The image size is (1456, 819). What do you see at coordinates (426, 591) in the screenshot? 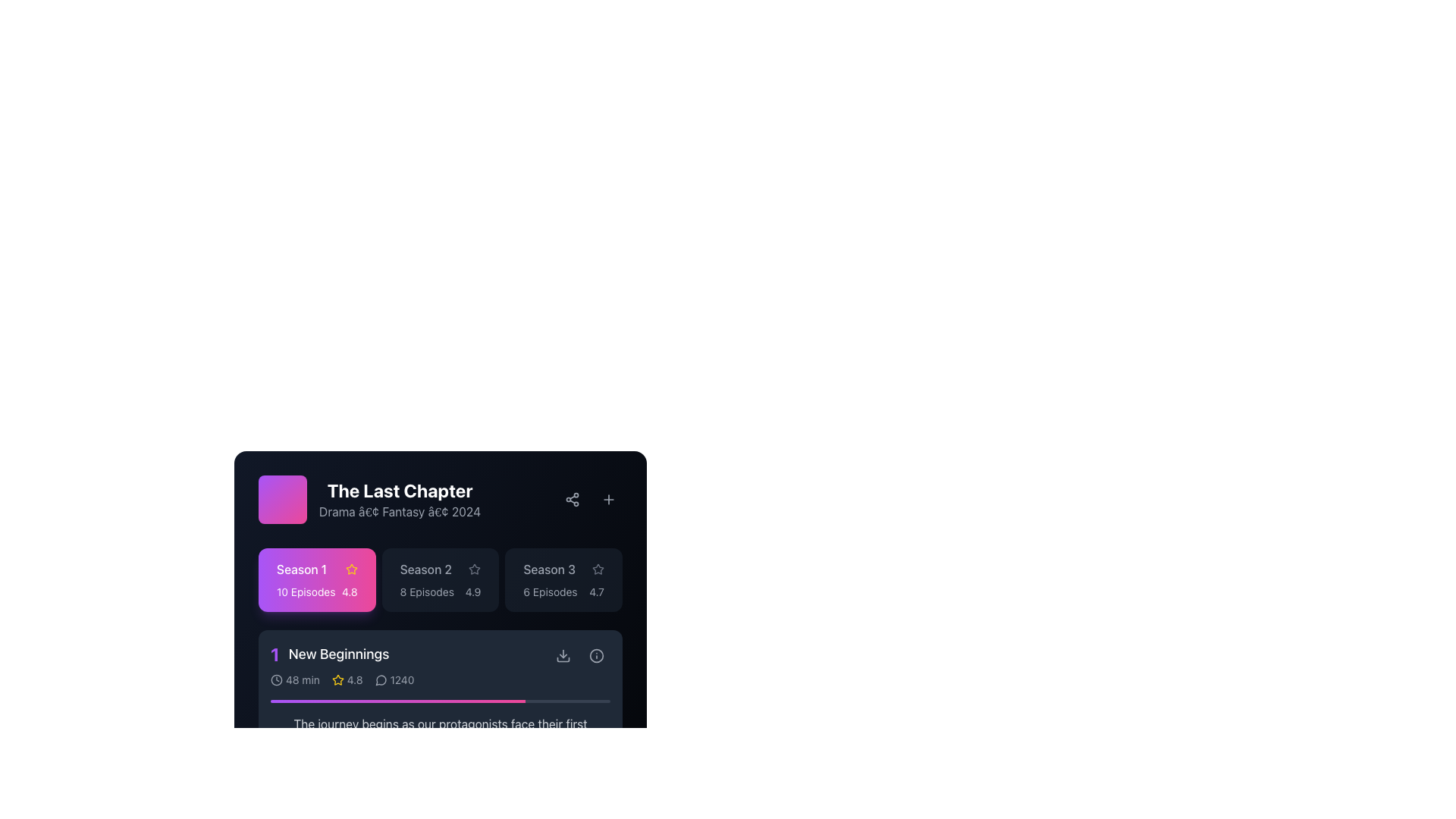
I see `the Text Label displaying '8 Episodes', which is the second item in the horizontal group of season episode information below the title 'The Last Chapter'` at bounding box center [426, 591].